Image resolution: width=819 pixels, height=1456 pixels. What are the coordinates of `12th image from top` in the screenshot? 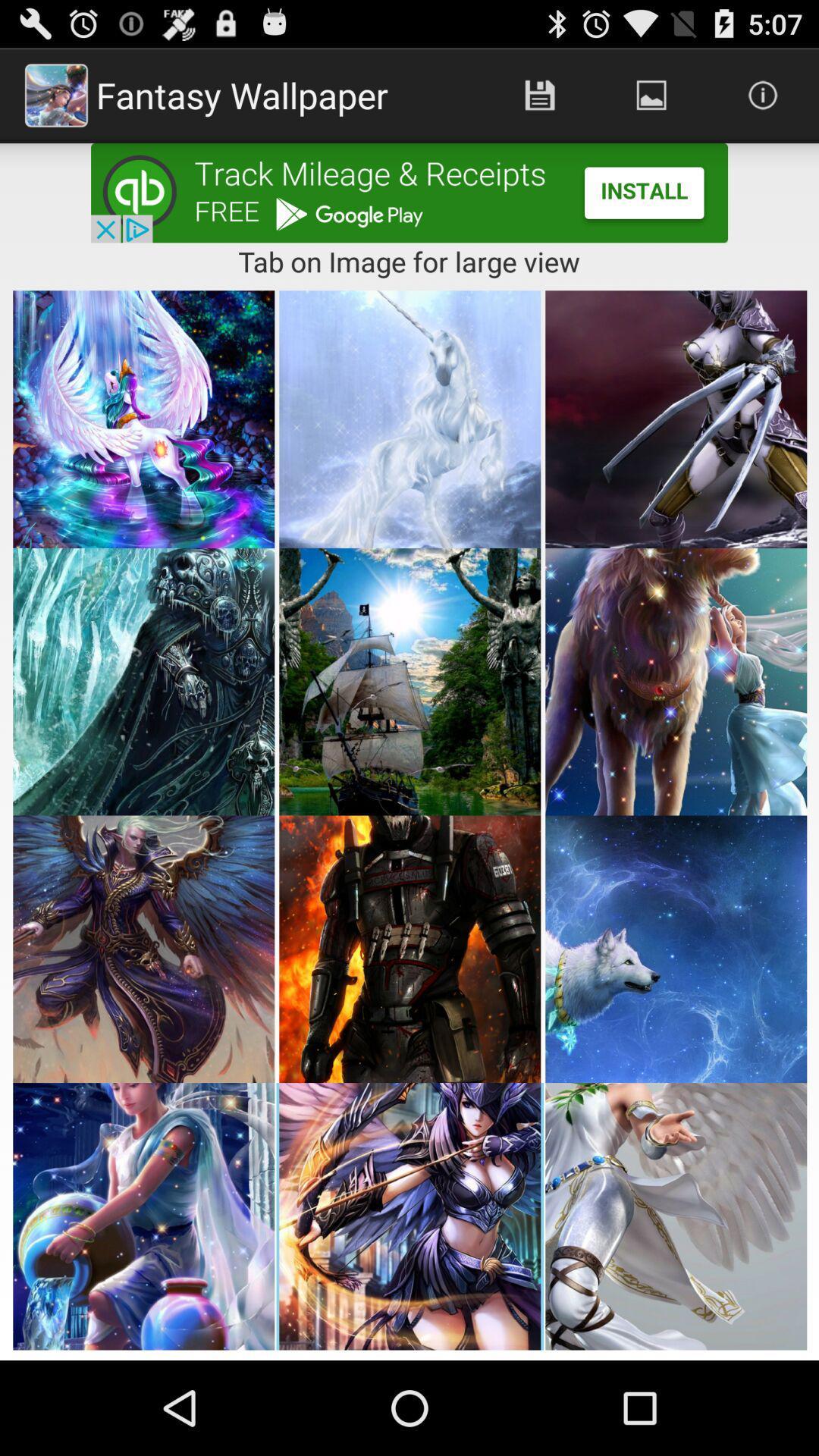 It's located at (675, 1216).